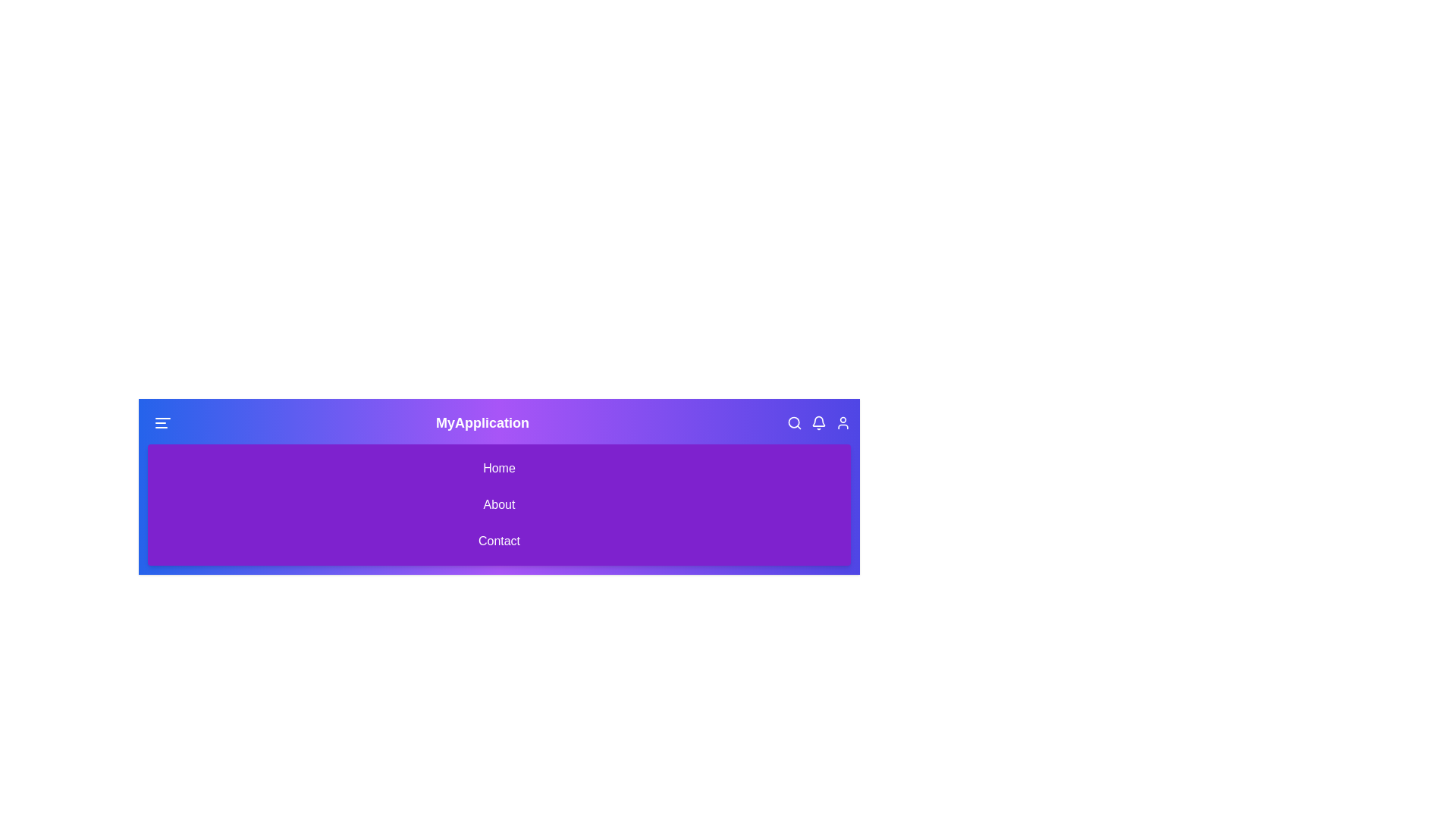 This screenshot has height=819, width=1456. What do you see at coordinates (499, 505) in the screenshot?
I see `the 'About' menu item to navigate to the 'About' section` at bounding box center [499, 505].